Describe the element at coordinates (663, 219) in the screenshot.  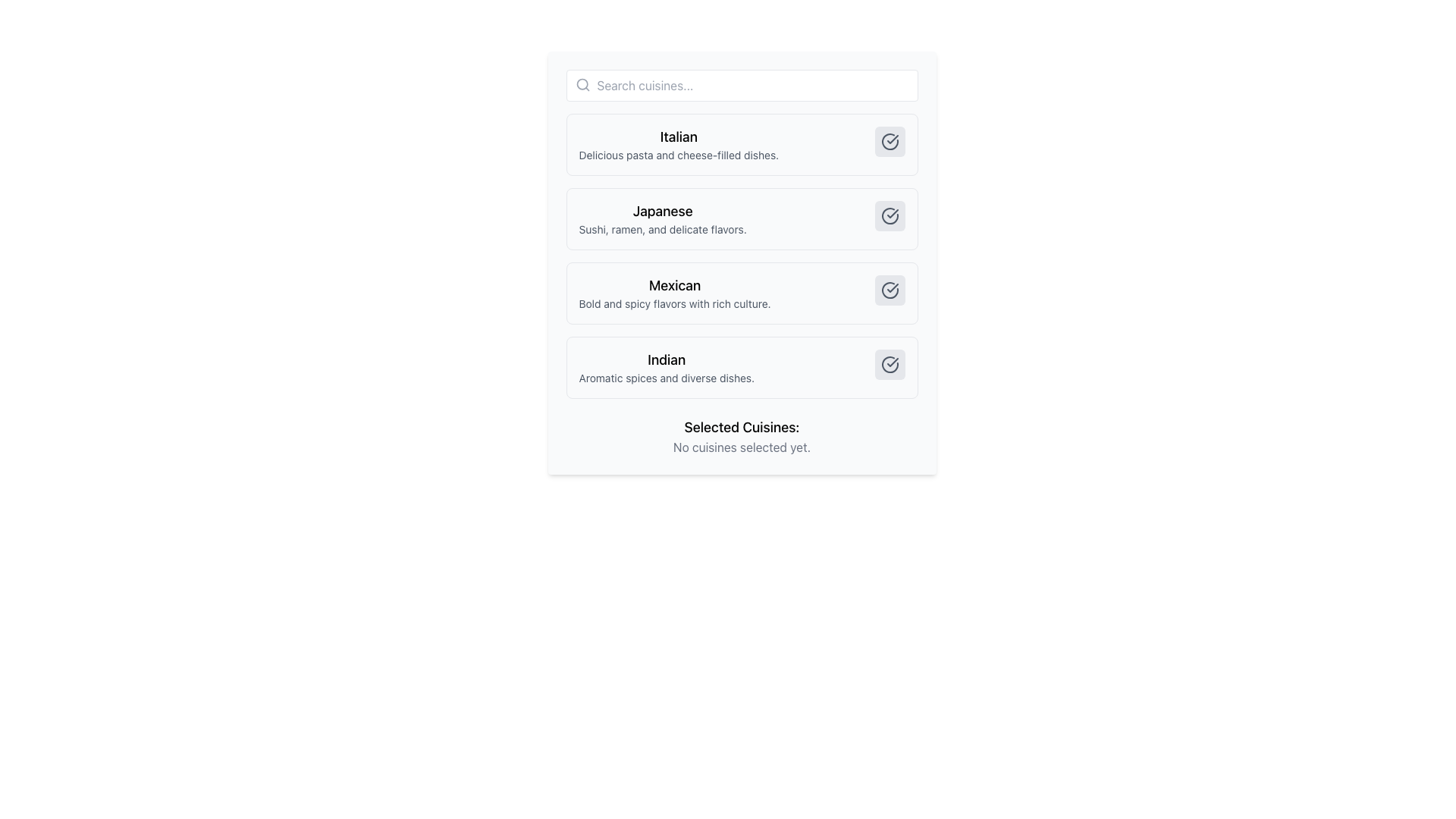
I see `the Text Display element that shows 'Japanese' cuisine type, located between 'Italian' and 'Mexican' entries, to the left of a small gray circular button` at that location.